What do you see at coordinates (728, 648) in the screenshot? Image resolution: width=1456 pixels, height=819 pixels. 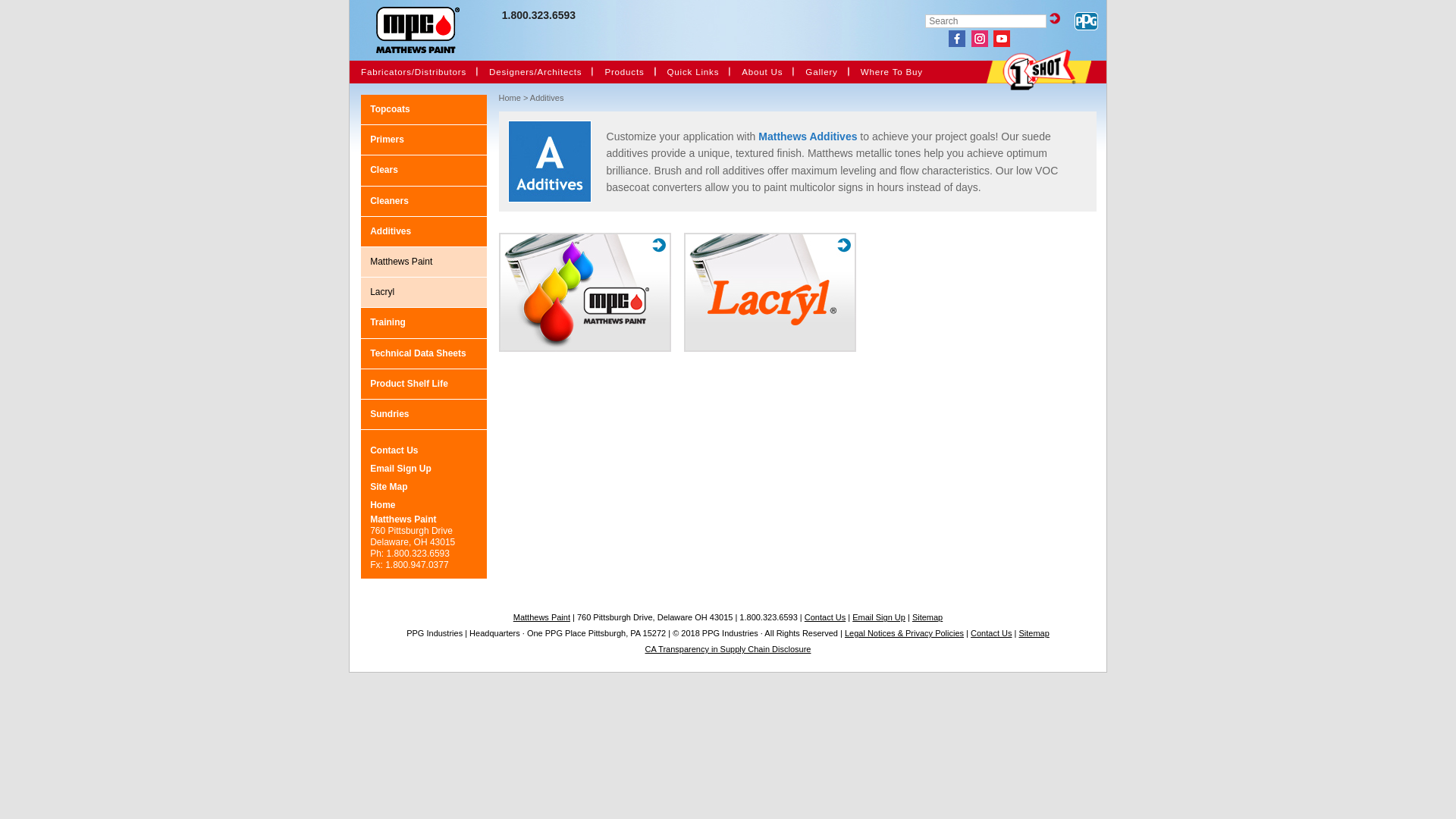 I see `'CA Transparency in Supply Chain Disclosure'` at bounding box center [728, 648].